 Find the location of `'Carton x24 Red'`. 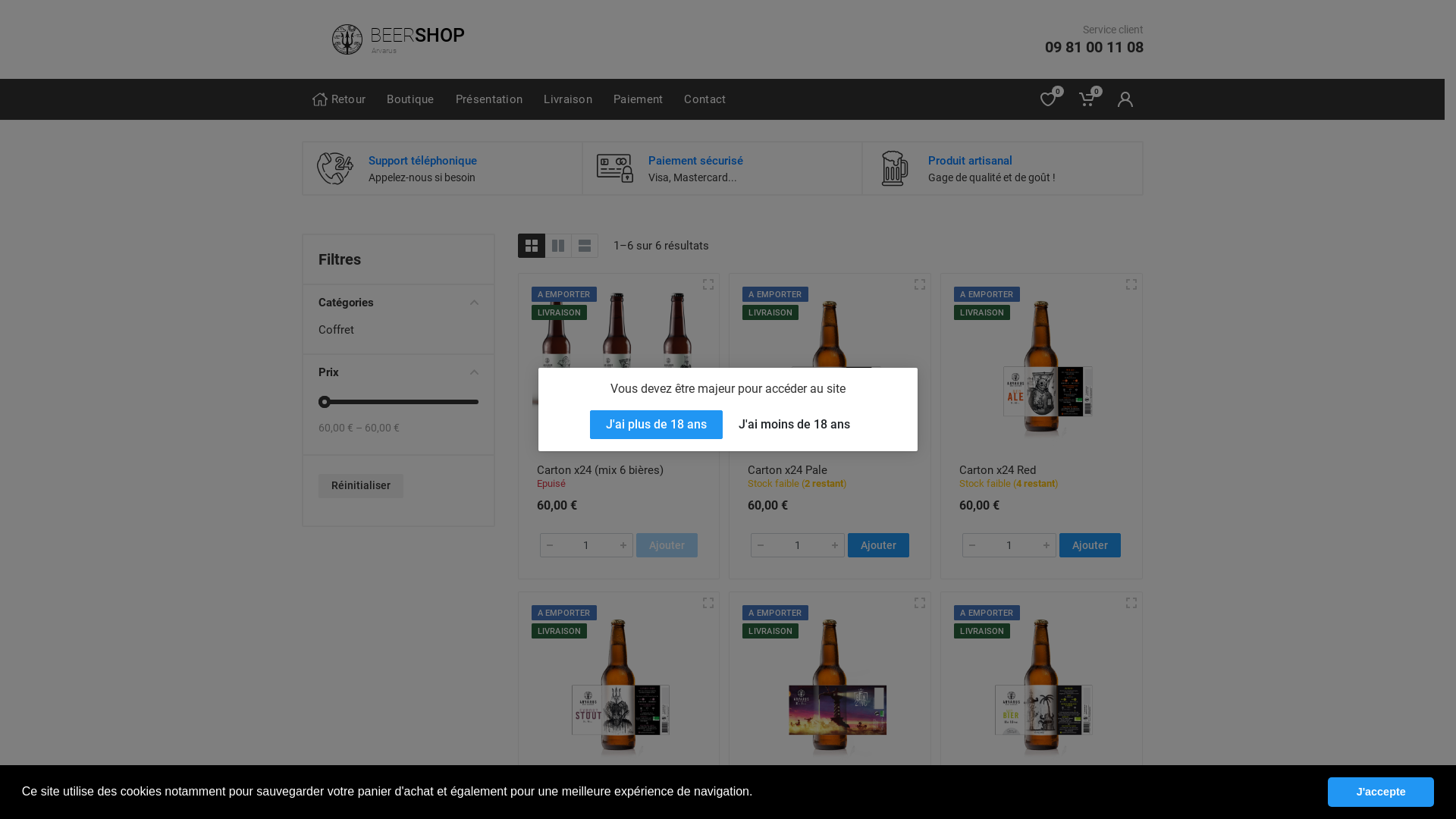

'Carton x24 Red' is located at coordinates (997, 469).